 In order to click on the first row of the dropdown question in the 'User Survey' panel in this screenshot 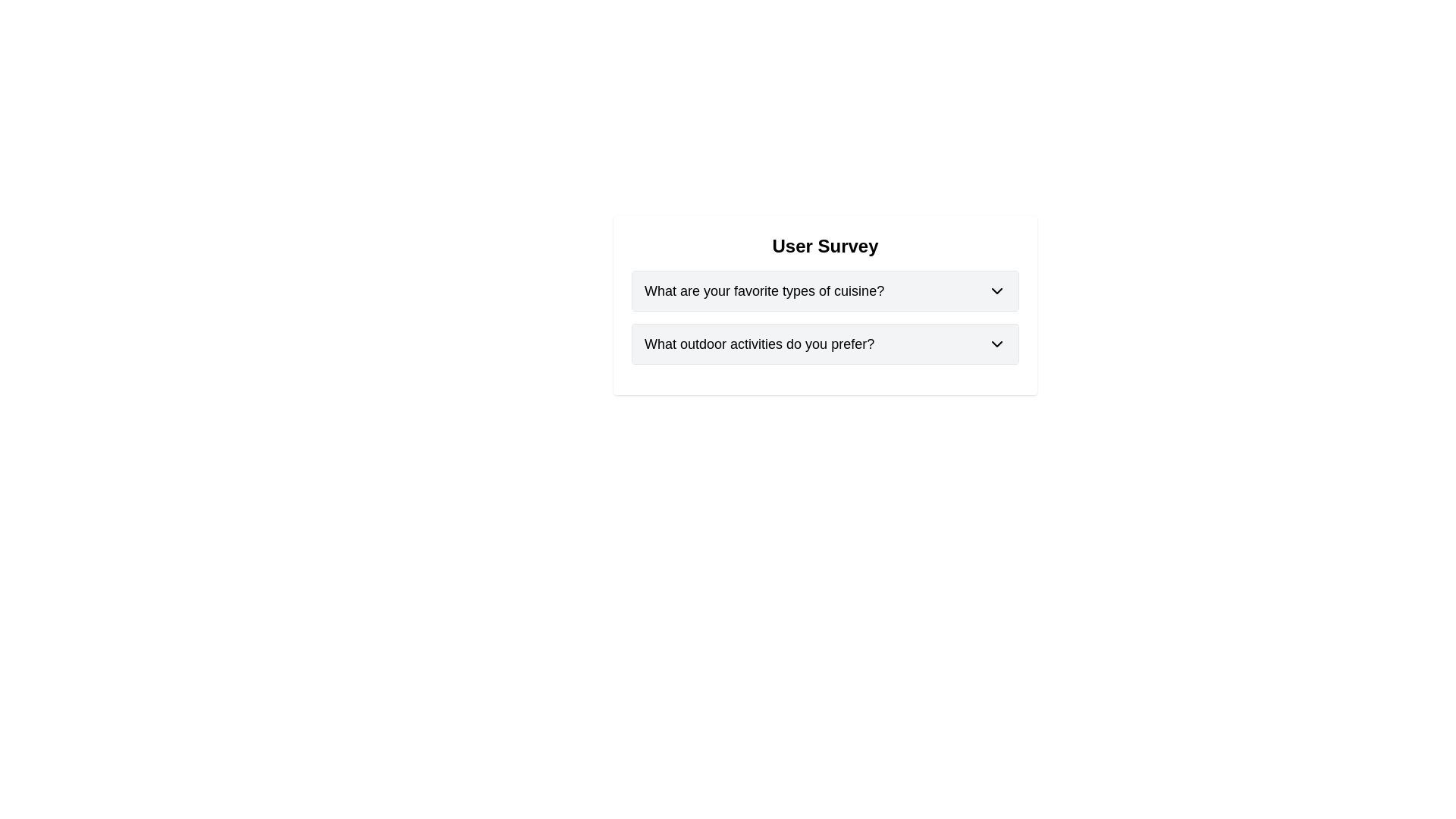, I will do `click(824, 291)`.